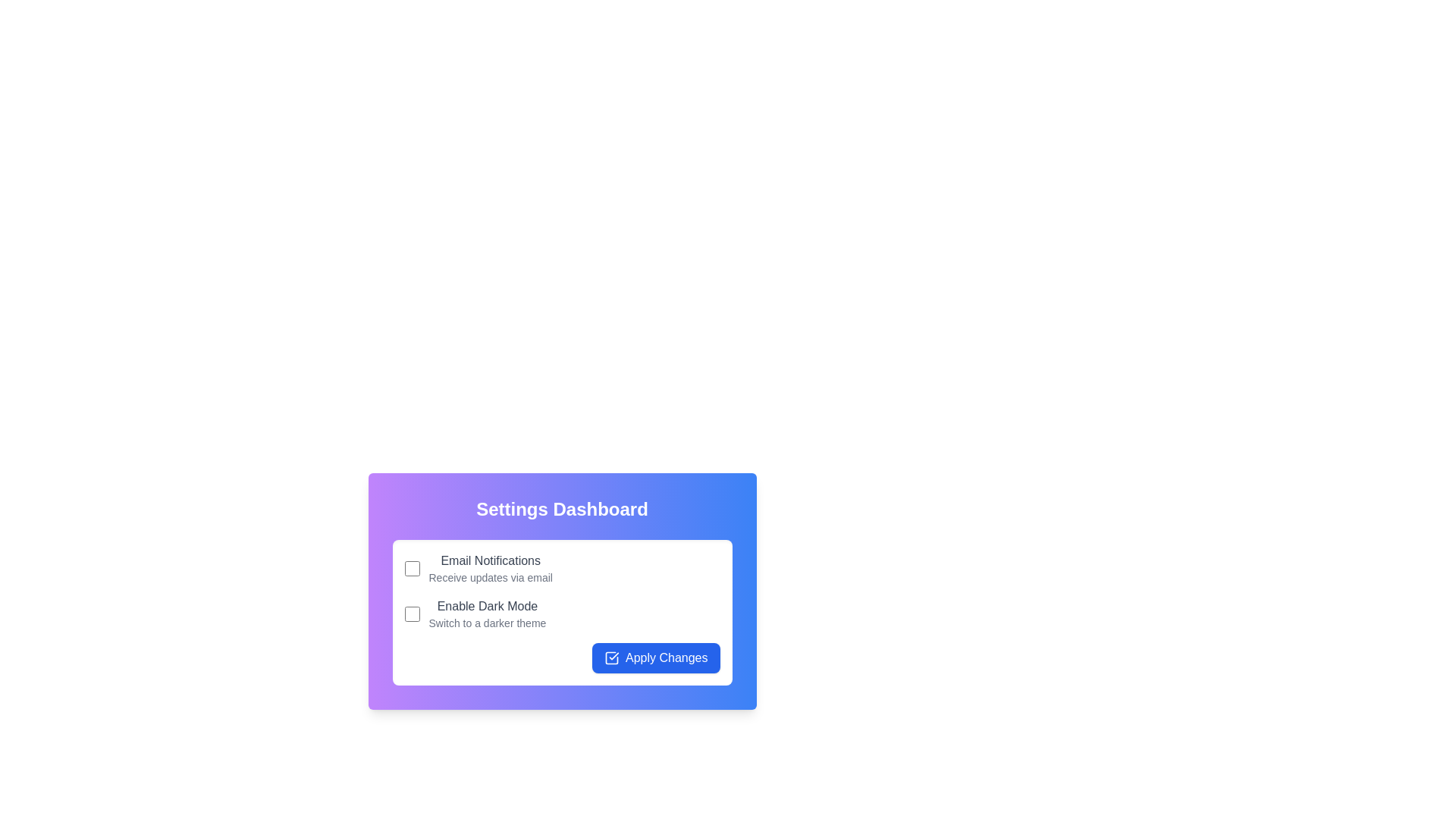 This screenshot has height=819, width=1456. Describe the element at coordinates (488, 623) in the screenshot. I see `the text label that provides additional descriptive information about the 'Enable Dark Mode' feature, located below the 'Enable Dark Mode' text in the settings card` at that location.